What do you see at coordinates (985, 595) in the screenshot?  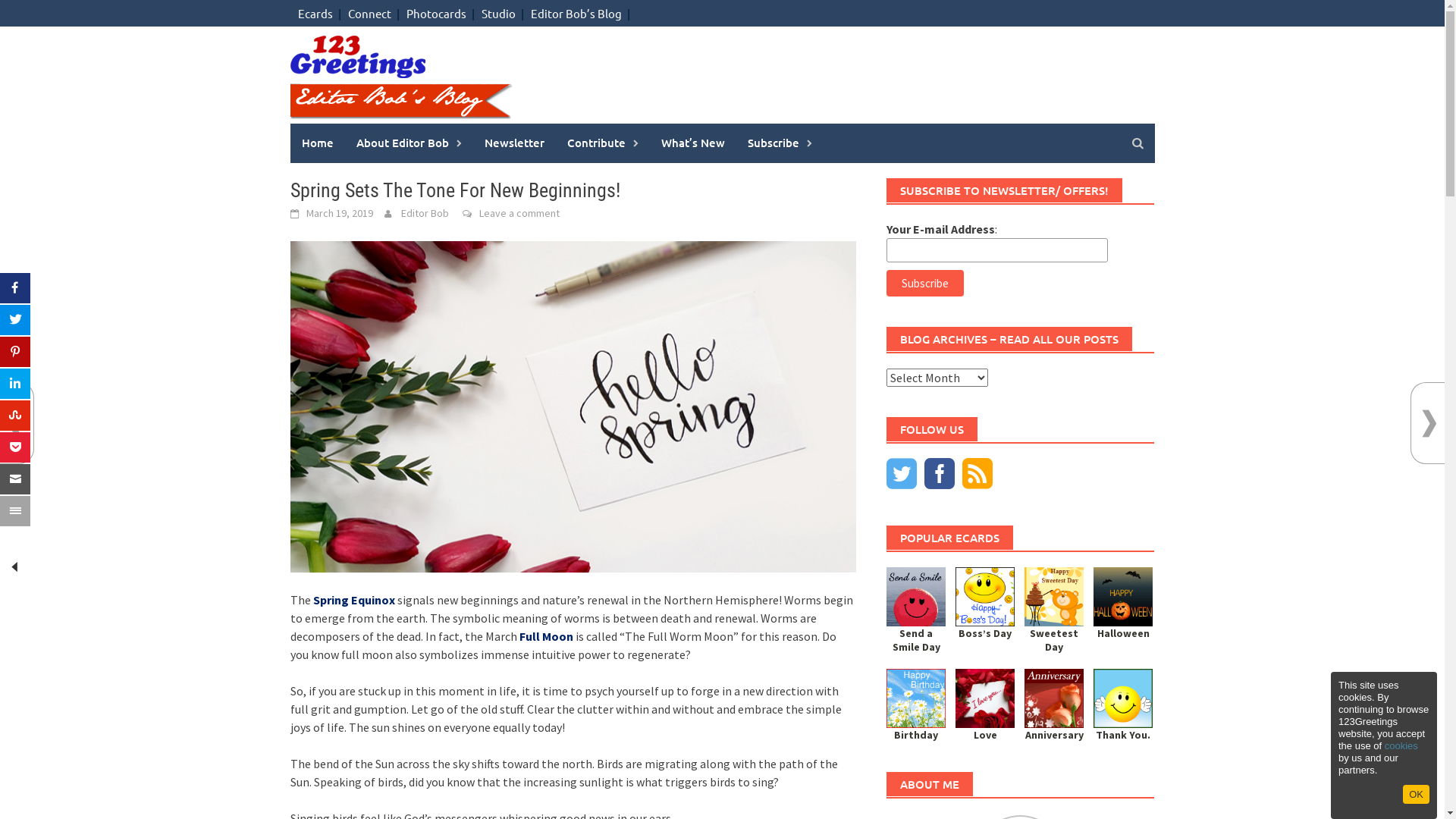 I see `'Boss's Day Smiles And Wishes!'` at bounding box center [985, 595].